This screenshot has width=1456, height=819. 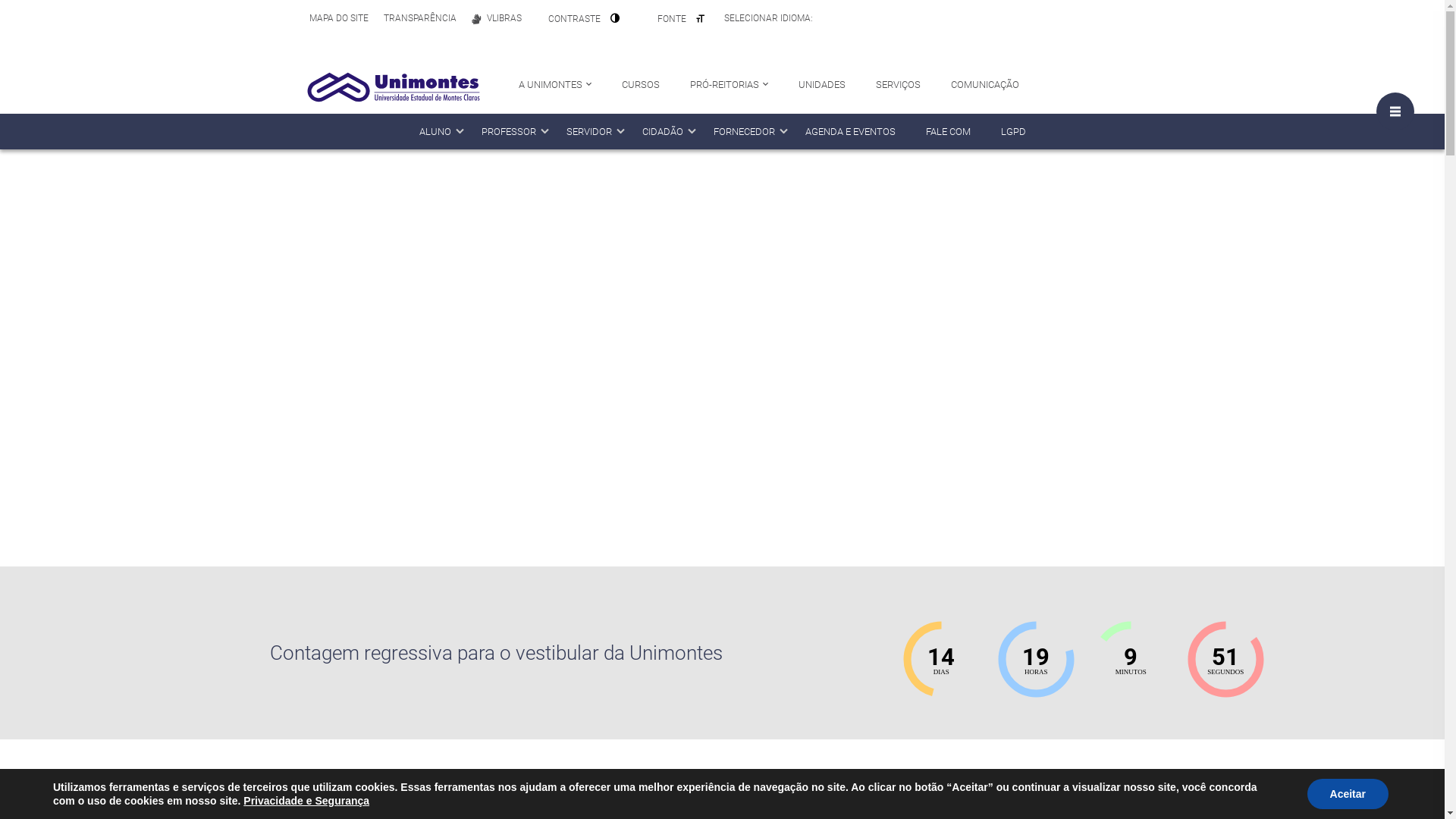 I want to click on 'LGPD', so click(x=986, y=130).